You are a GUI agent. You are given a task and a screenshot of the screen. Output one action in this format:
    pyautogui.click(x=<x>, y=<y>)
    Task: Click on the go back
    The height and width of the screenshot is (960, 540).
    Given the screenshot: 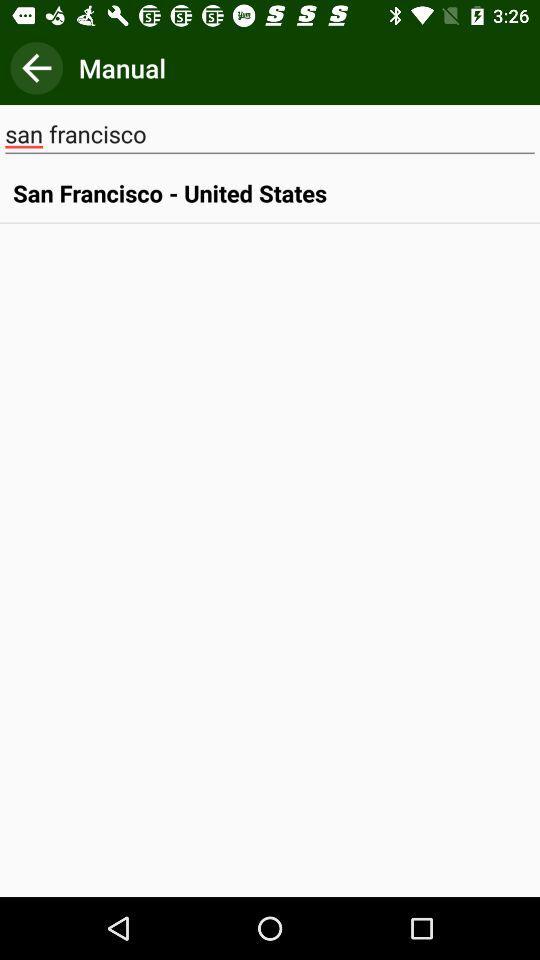 What is the action you would take?
    pyautogui.click(x=36, y=68)
    